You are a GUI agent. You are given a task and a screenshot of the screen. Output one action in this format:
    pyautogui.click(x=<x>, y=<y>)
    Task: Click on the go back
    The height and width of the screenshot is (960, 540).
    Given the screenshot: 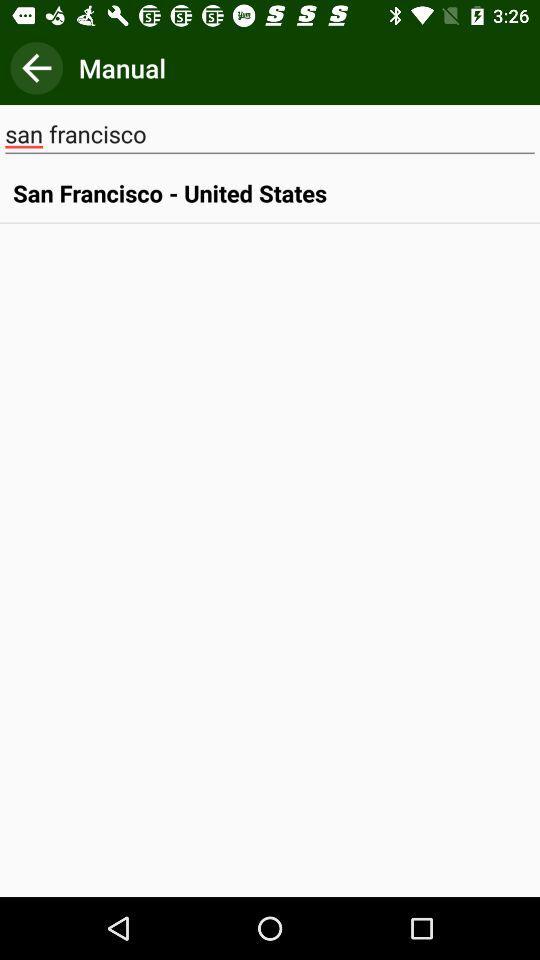 What is the action you would take?
    pyautogui.click(x=36, y=68)
    